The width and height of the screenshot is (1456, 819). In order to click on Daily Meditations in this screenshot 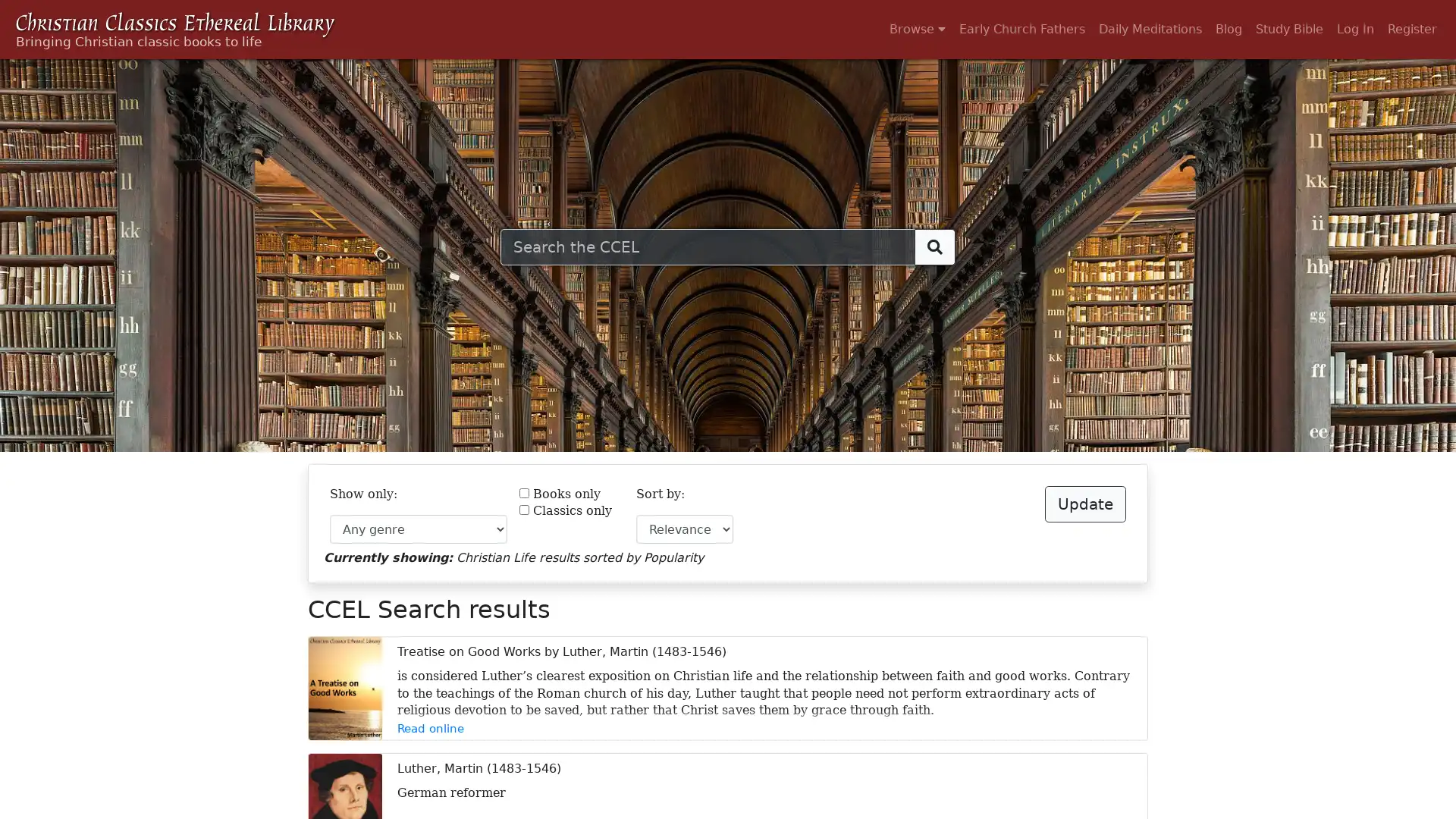, I will do `click(1150, 29)`.